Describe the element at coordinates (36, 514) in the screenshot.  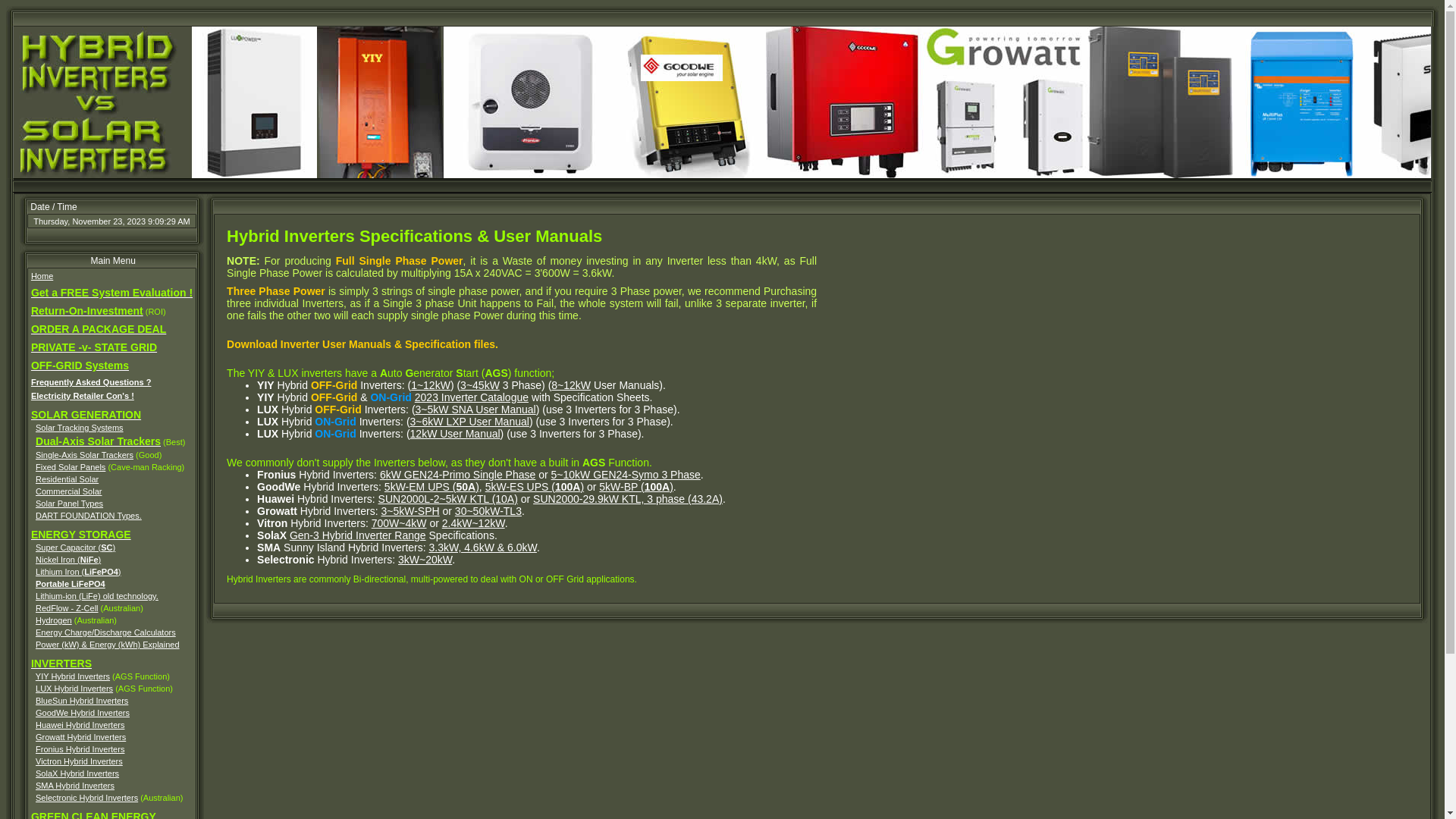
I see `'DART FOUNDATION Types.'` at that location.